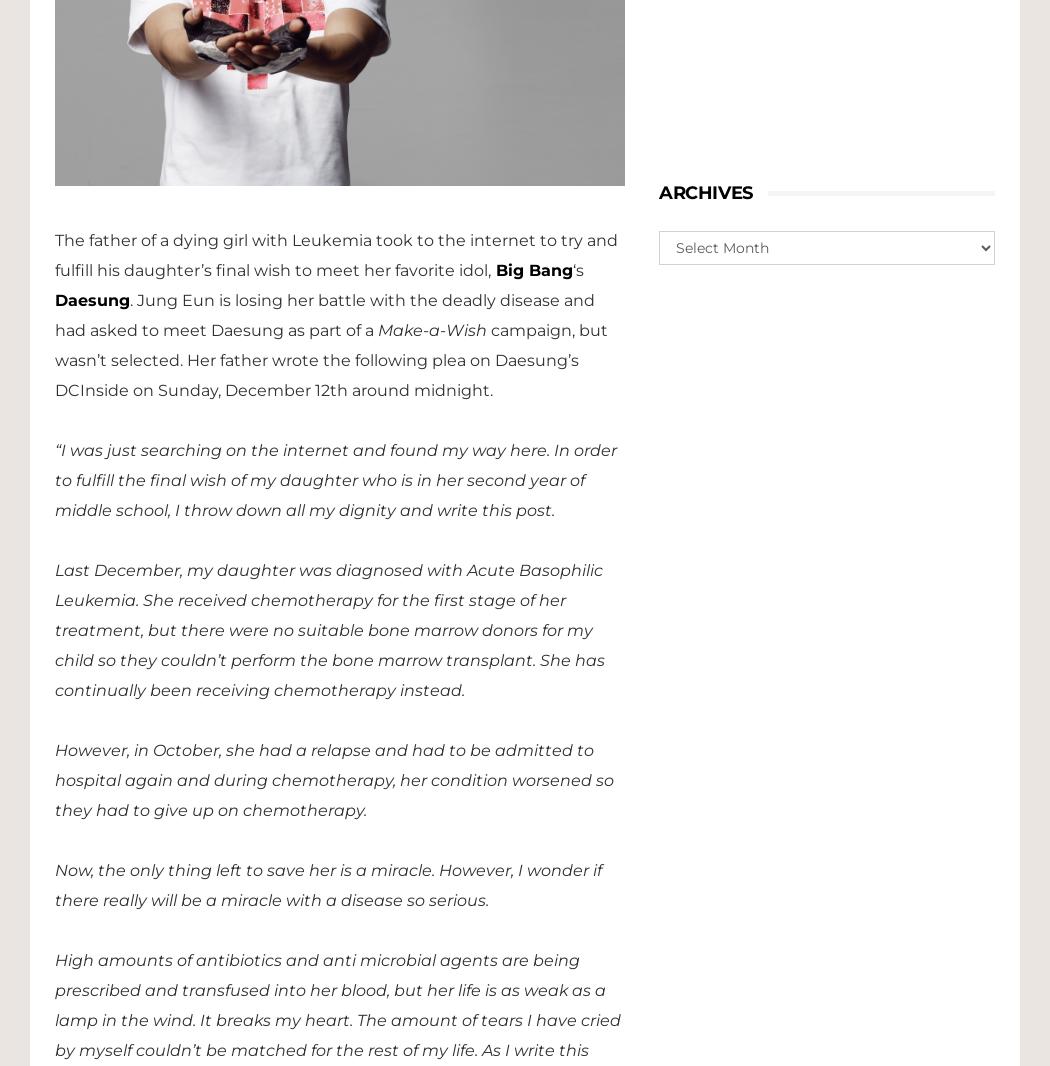  What do you see at coordinates (336, 253) in the screenshot?
I see `'The father of a dying girl with Leukemia took to the internet to try and fulfill his daughter’s final wish to meet her favorite idol,'` at bounding box center [336, 253].